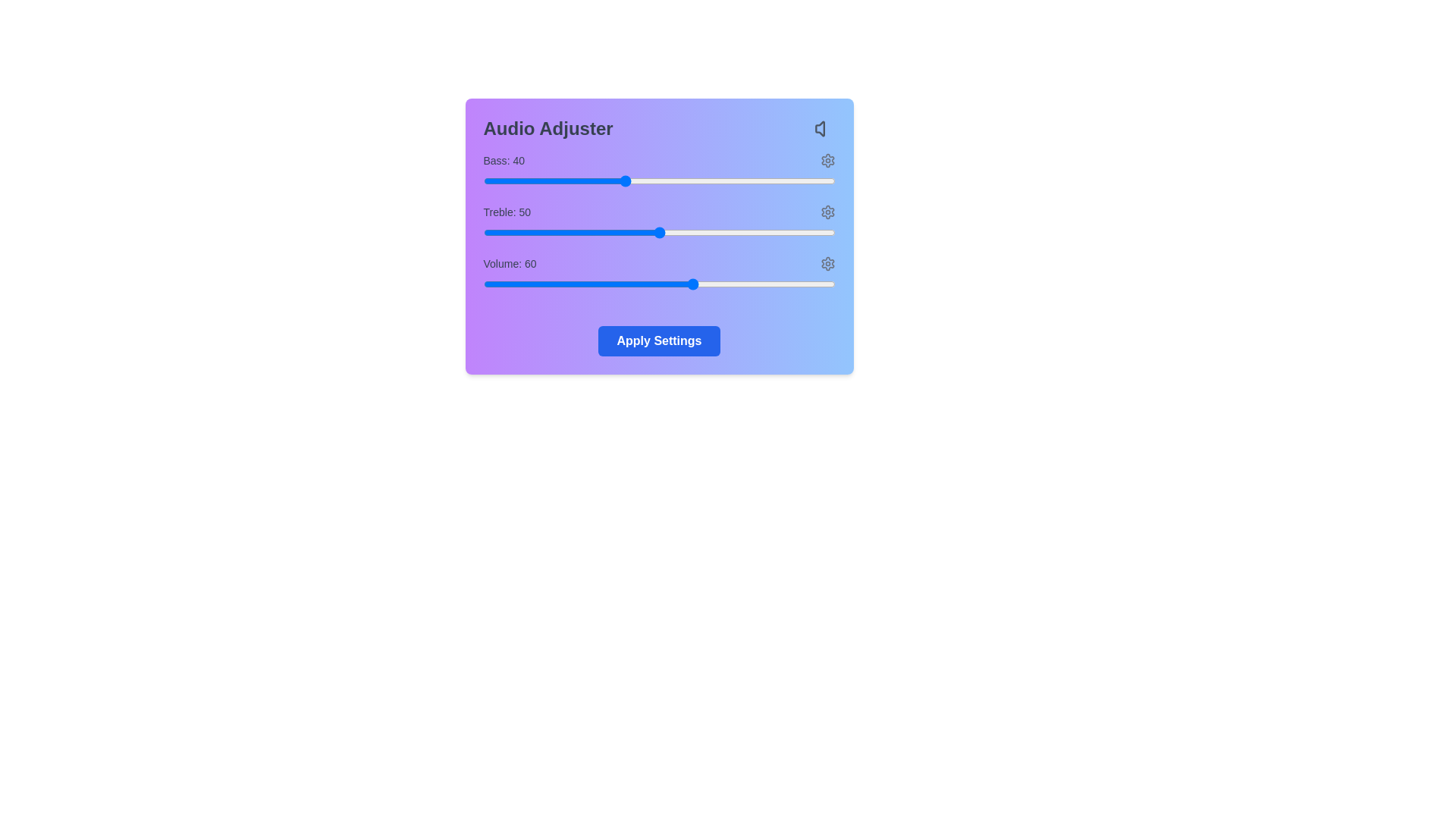 This screenshot has height=819, width=1456. Describe the element at coordinates (666, 233) in the screenshot. I see `the treble level` at that location.